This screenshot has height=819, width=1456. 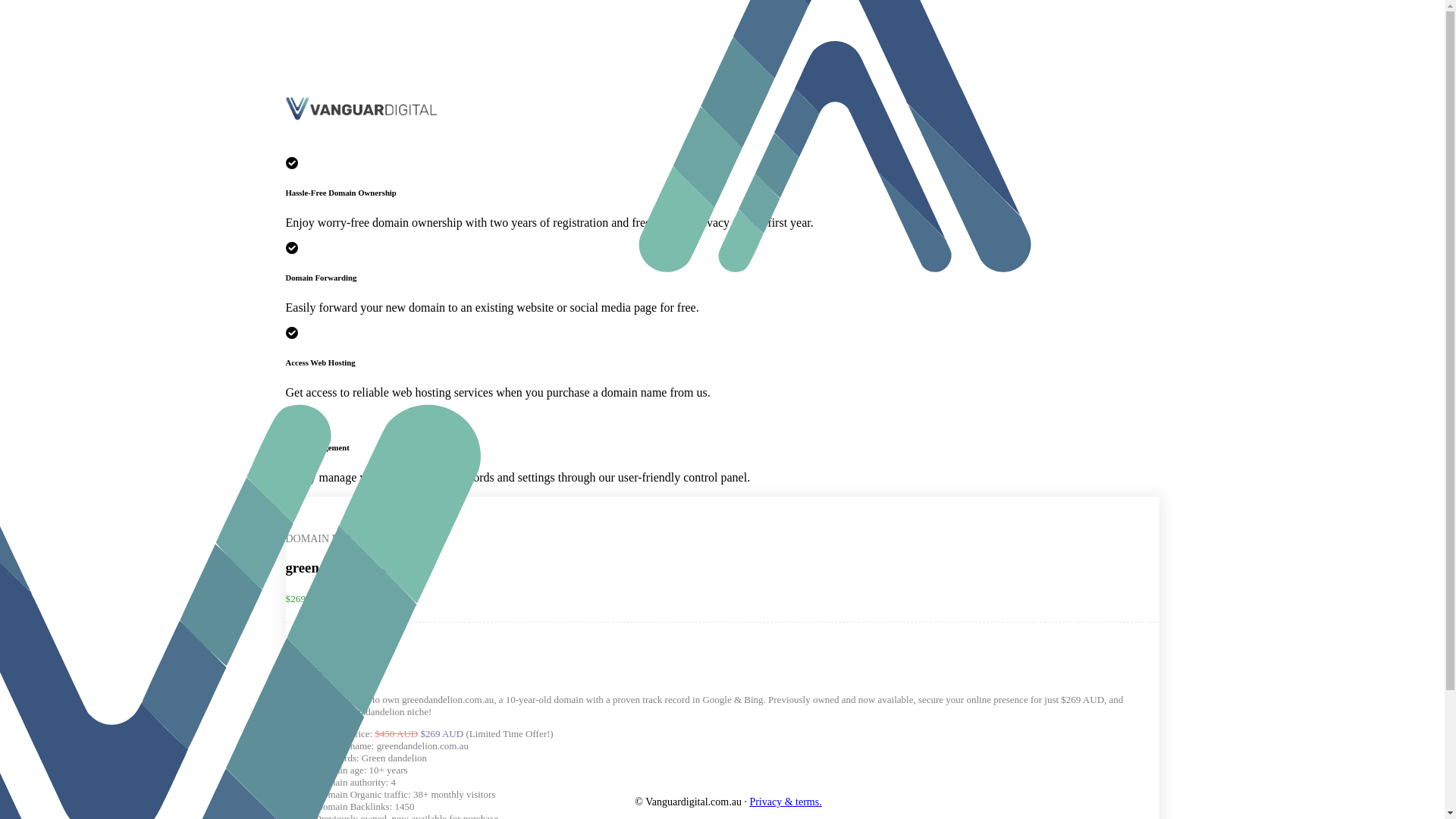 I want to click on 'Privacy & terms.', so click(x=749, y=801).